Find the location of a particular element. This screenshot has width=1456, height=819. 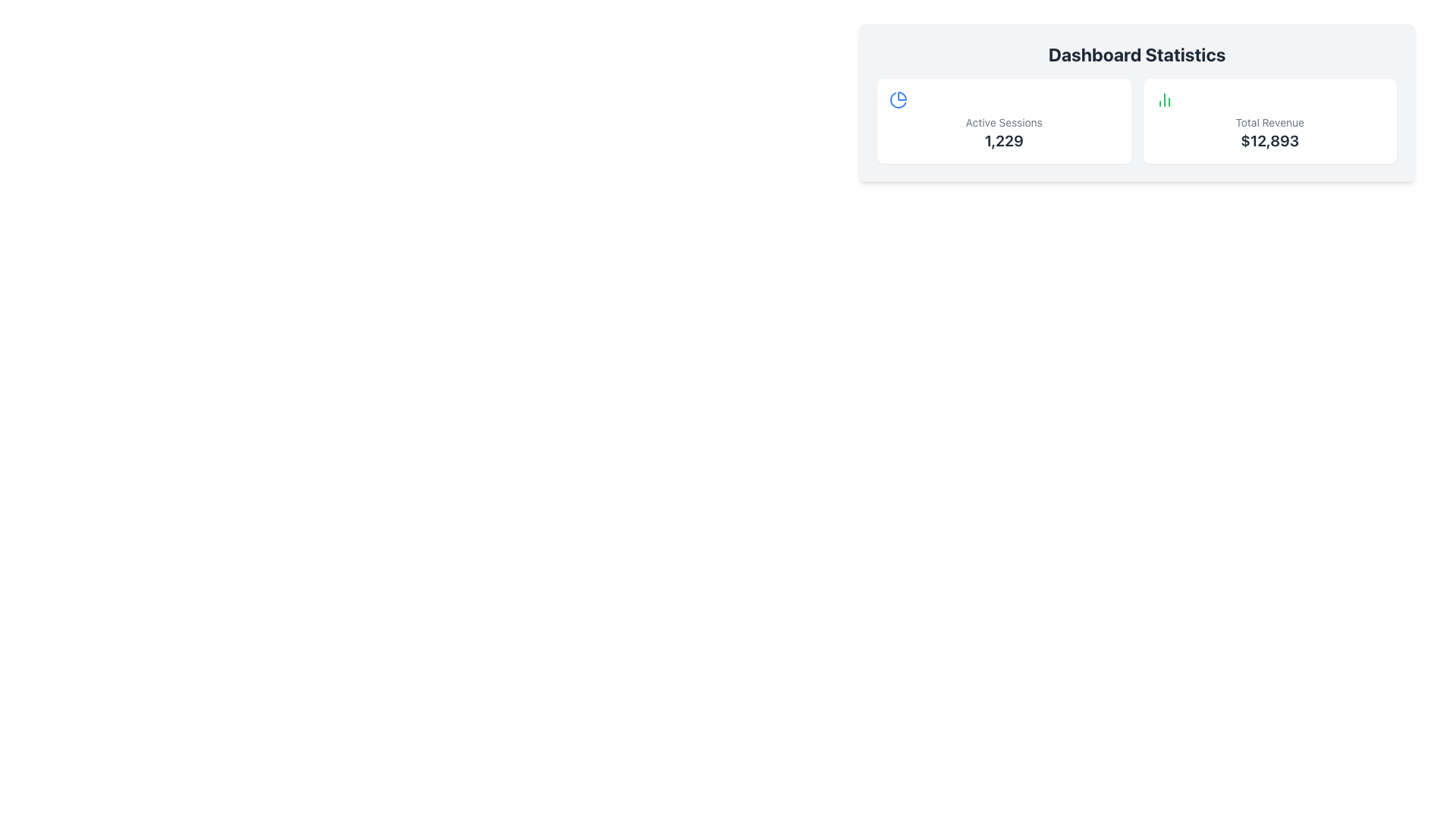

the text displaying '1,229' that indicates the number of active sessions is located at coordinates (1004, 140).